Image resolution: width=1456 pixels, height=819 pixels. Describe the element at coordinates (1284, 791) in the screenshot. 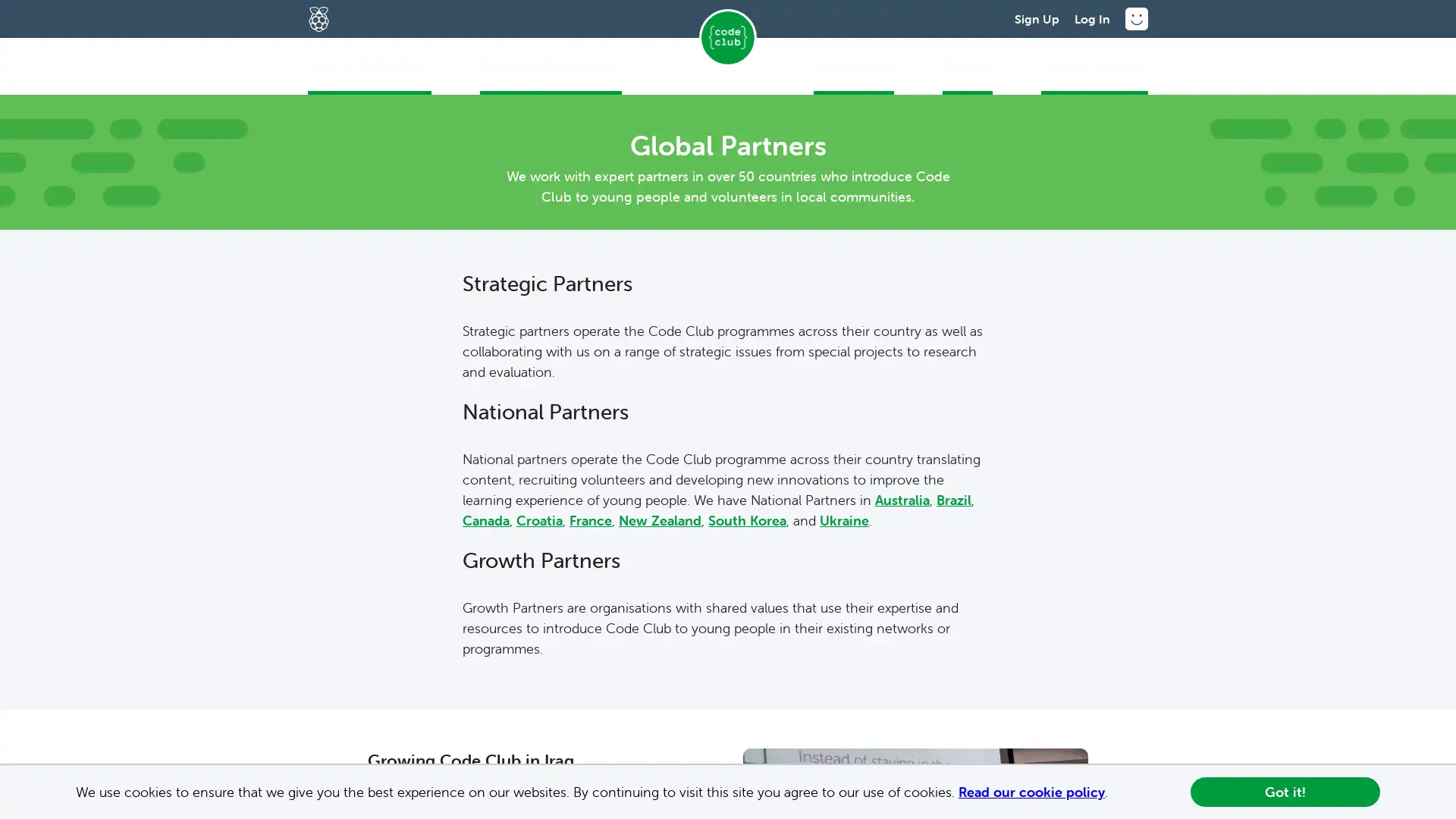

I see `dismiss cookie message` at that location.